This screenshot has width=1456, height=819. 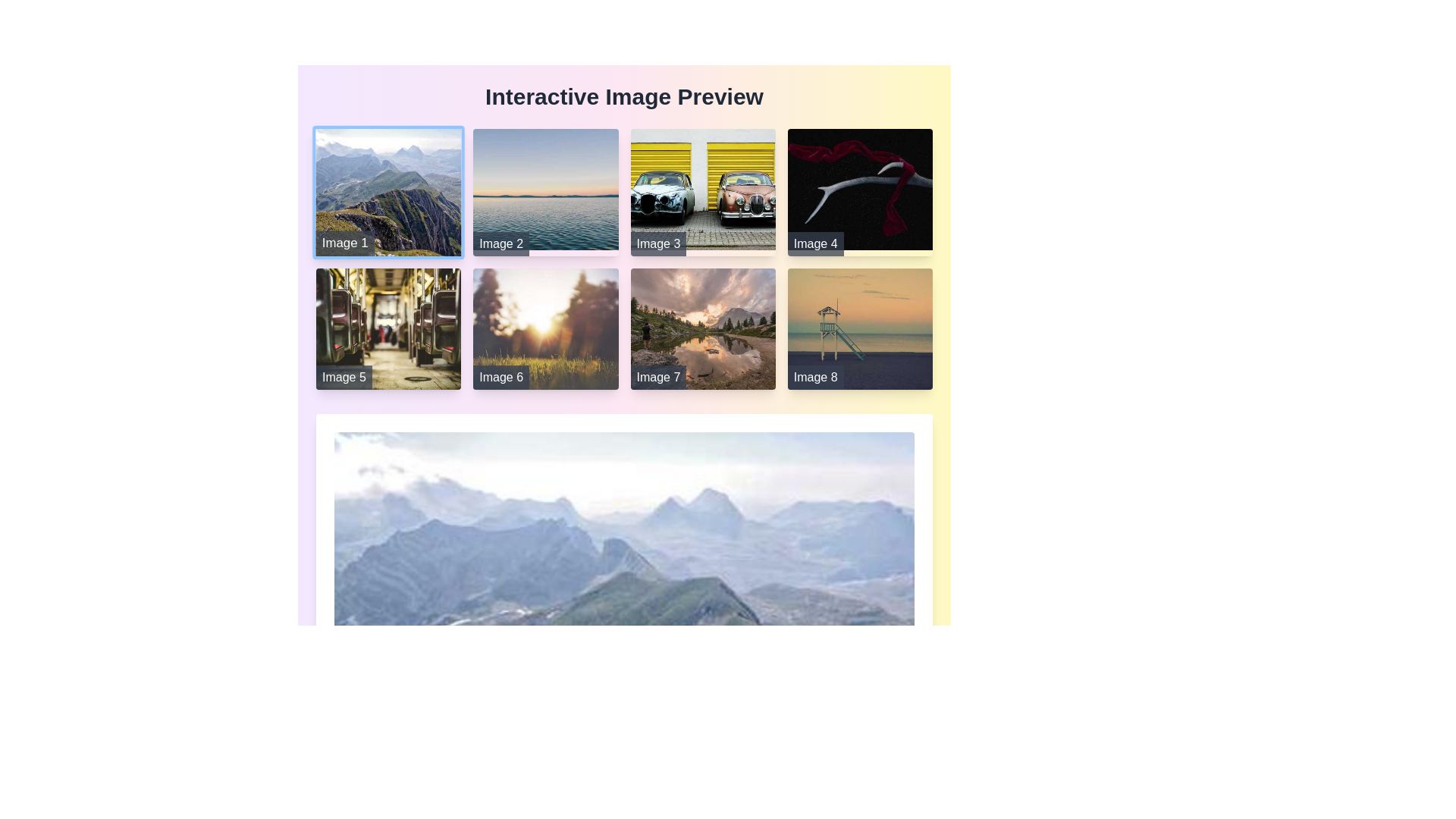 What do you see at coordinates (545, 192) in the screenshot?
I see `the image card labeled 'Image 2'` at bounding box center [545, 192].